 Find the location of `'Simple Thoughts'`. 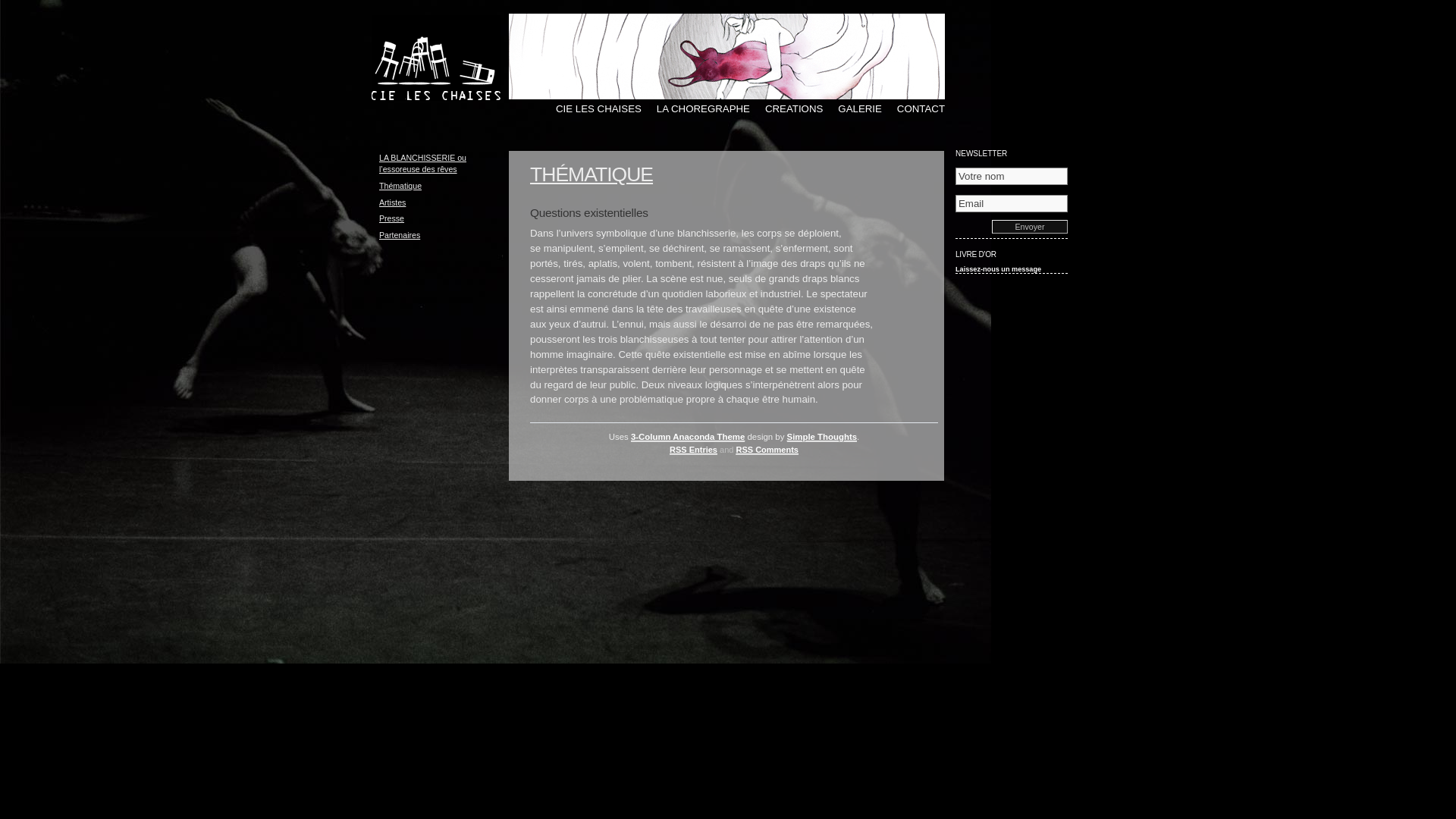

'Simple Thoughts' is located at coordinates (821, 437).